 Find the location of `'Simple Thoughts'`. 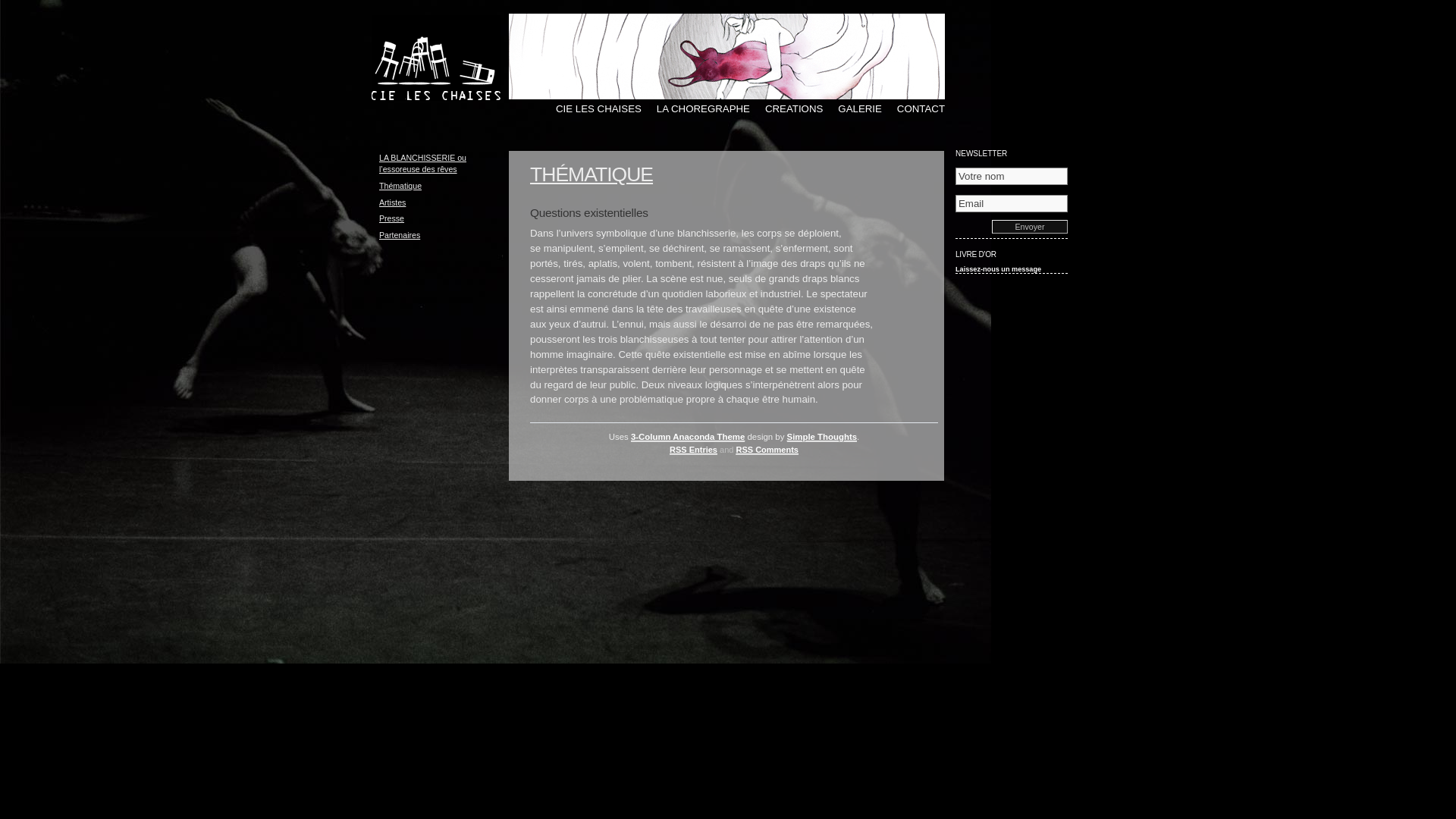

'Simple Thoughts' is located at coordinates (821, 437).